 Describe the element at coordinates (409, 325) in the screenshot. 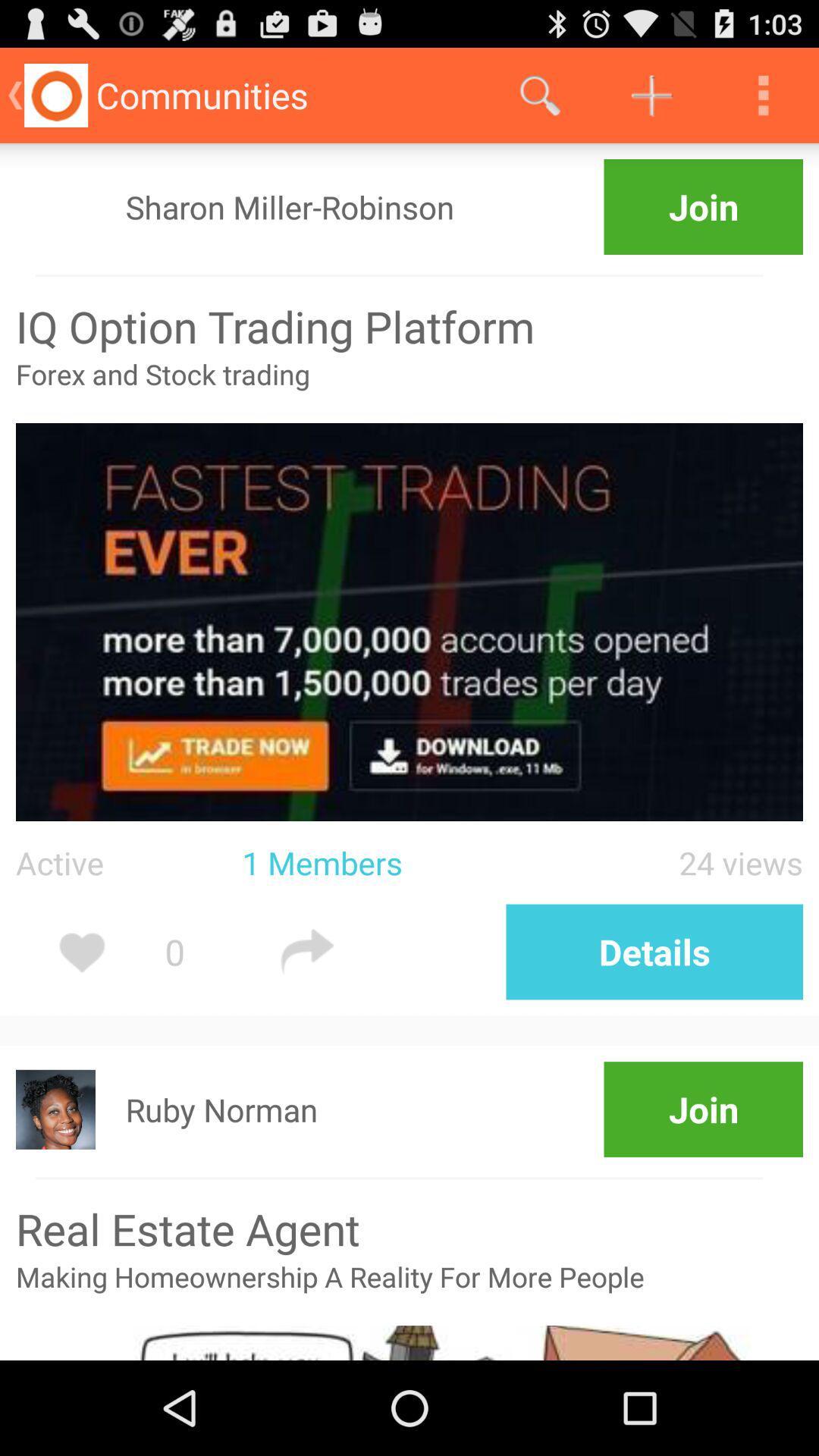

I see `the iq option trading app` at that location.